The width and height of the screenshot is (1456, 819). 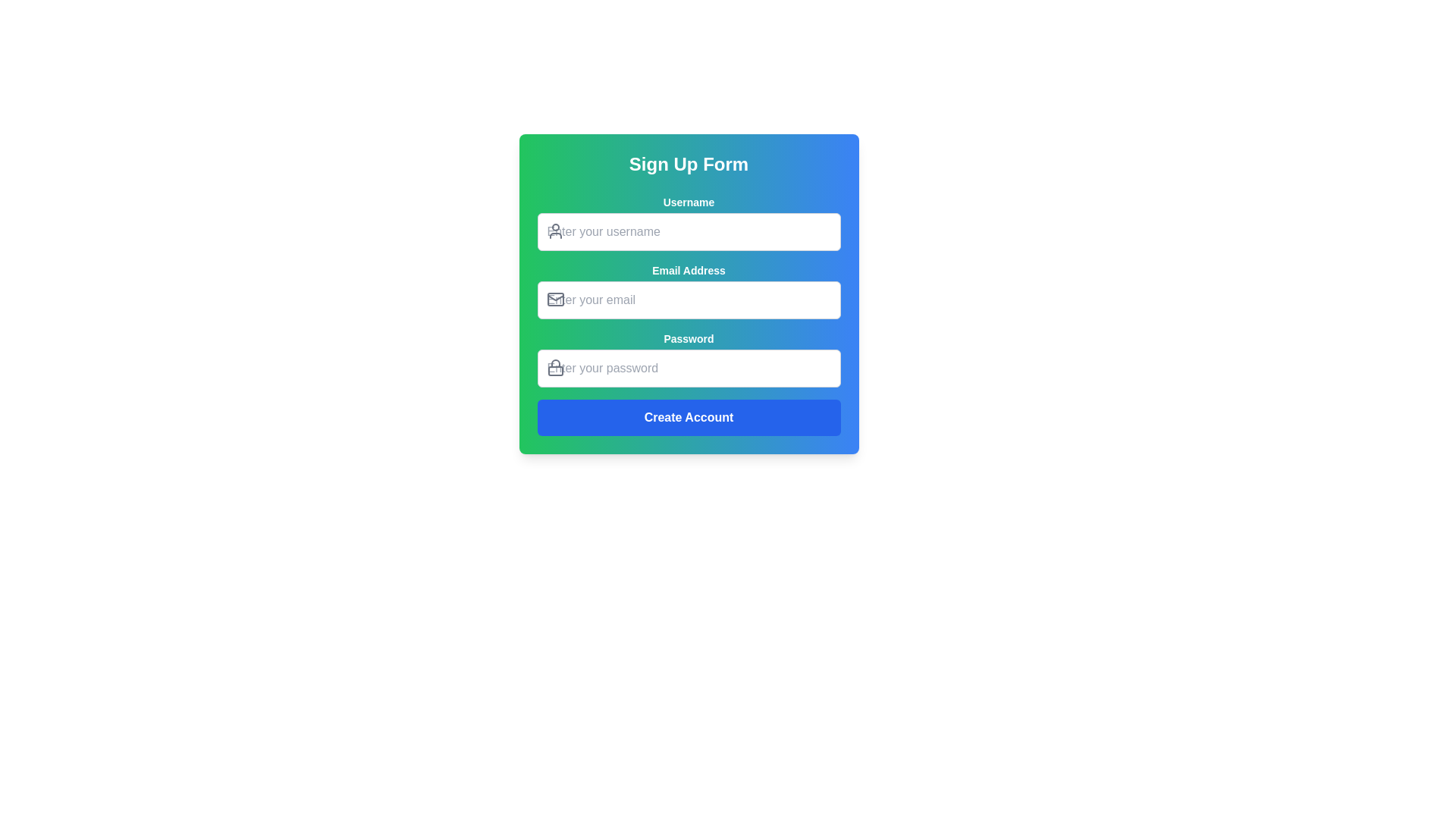 I want to click on the lock icon component, which resembles a padlock's shank and is positioned to the left of the 'Password' input field in the sign-up form, so click(x=554, y=363).